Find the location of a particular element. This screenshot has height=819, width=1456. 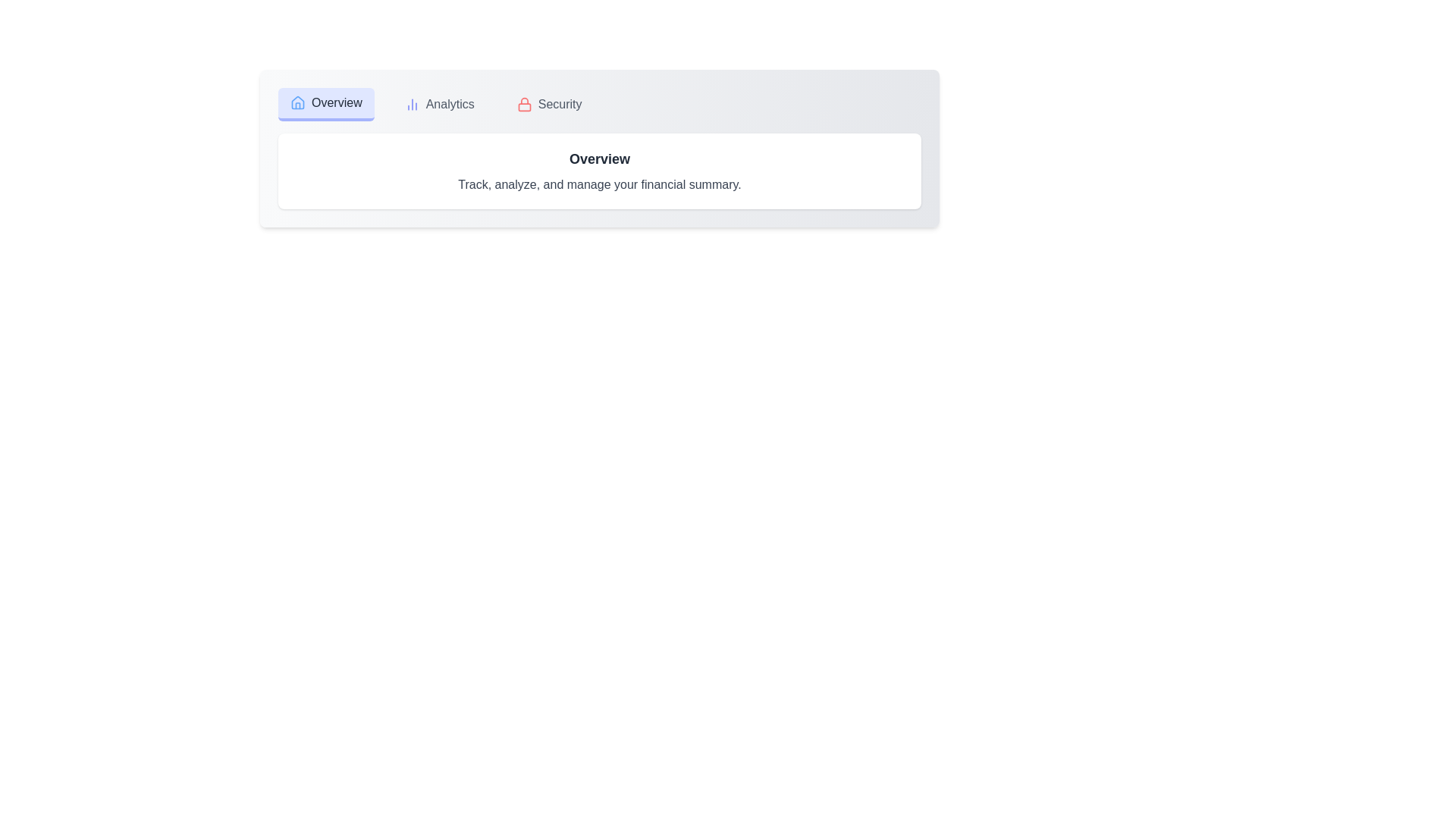

the Security tab is located at coordinates (548, 104).